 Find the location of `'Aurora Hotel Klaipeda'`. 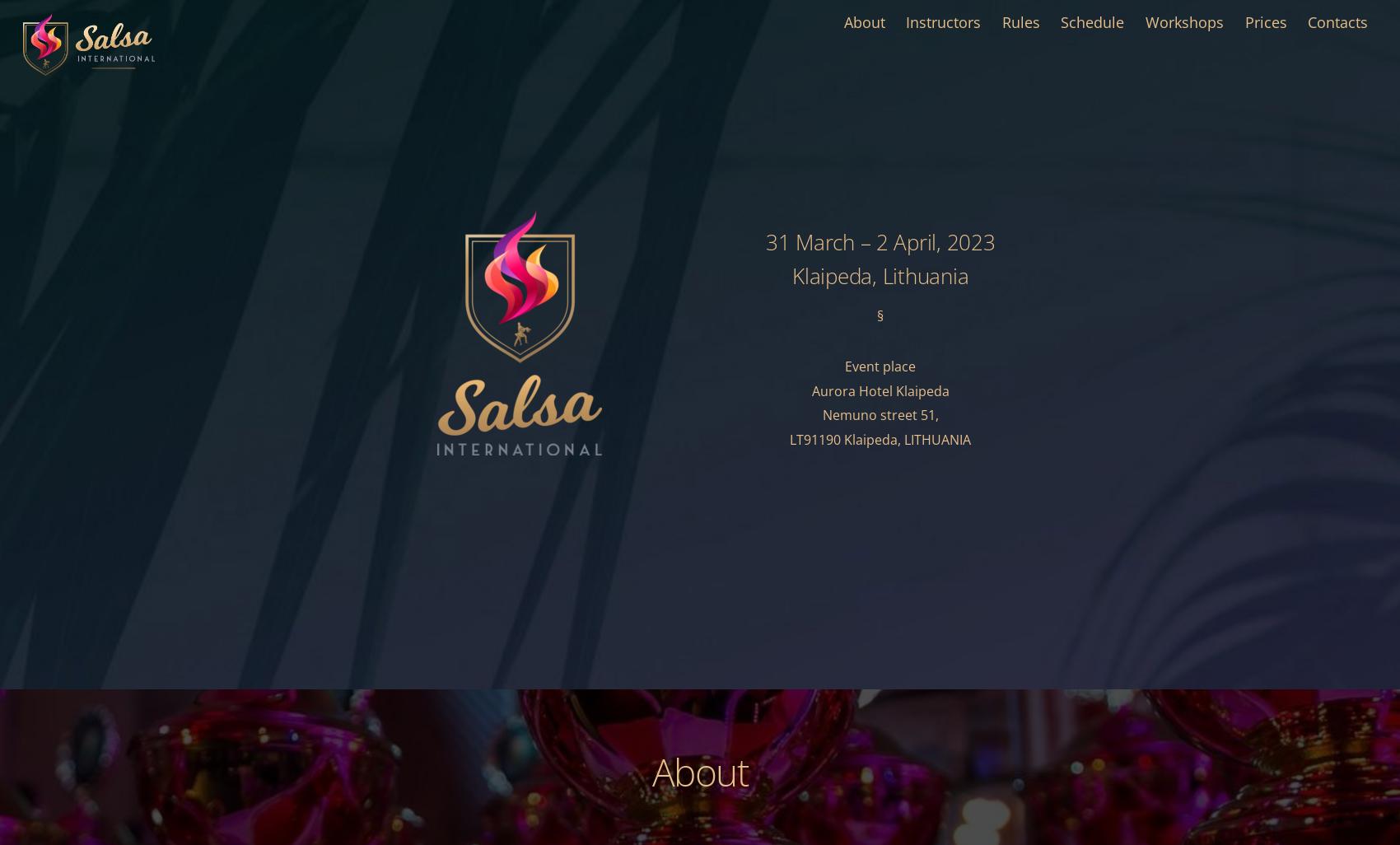

'Aurora Hotel Klaipeda' is located at coordinates (880, 390).